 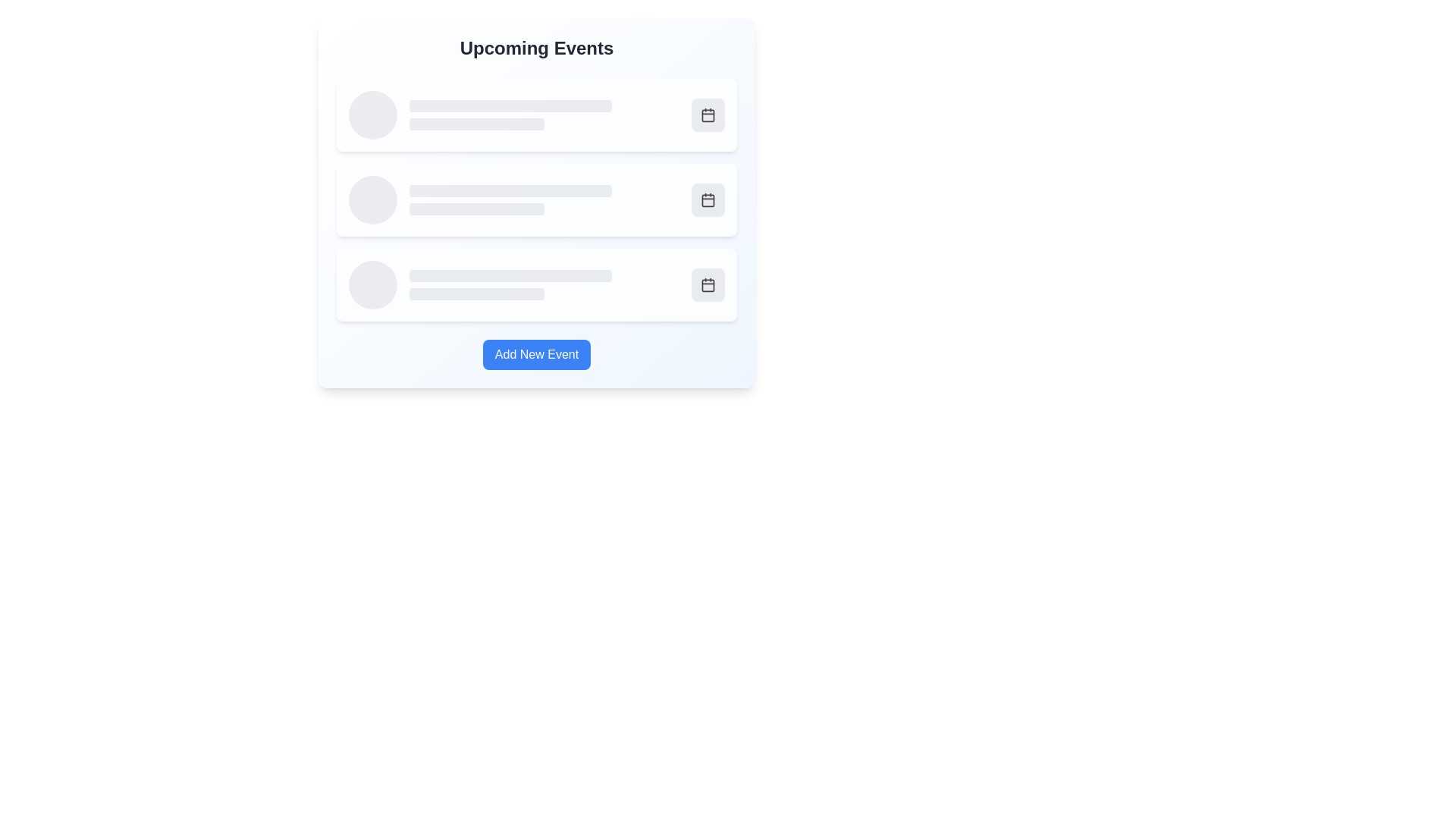 What do you see at coordinates (708, 114) in the screenshot?
I see `the first calendar icon located in the top-right corner of the first event item's box in the Upcoming Events section` at bounding box center [708, 114].